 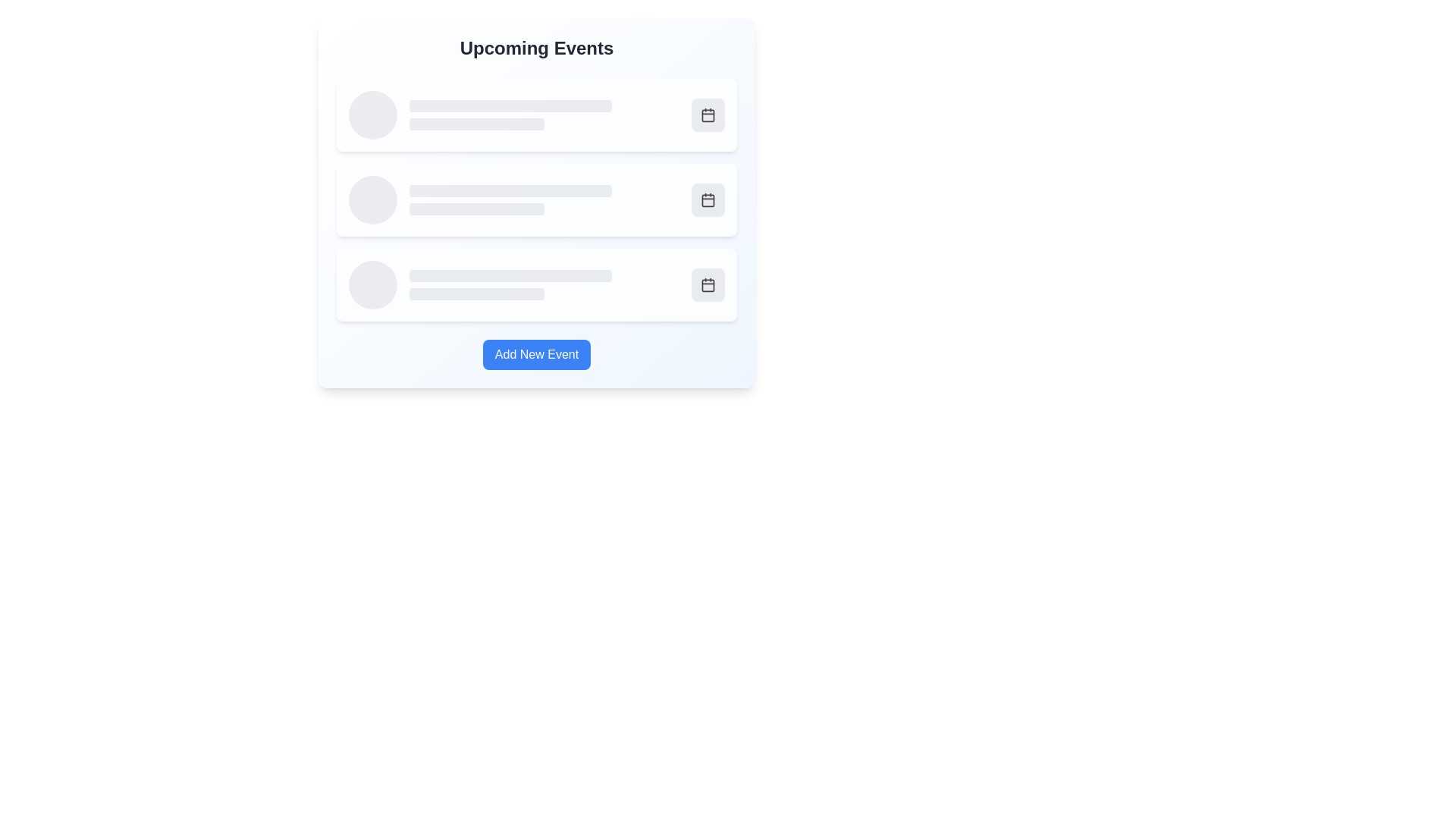 What do you see at coordinates (708, 114) in the screenshot?
I see `the first calendar icon located in the top-right corner of the first event item's box in the Upcoming Events section` at bounding box center [708, 114].